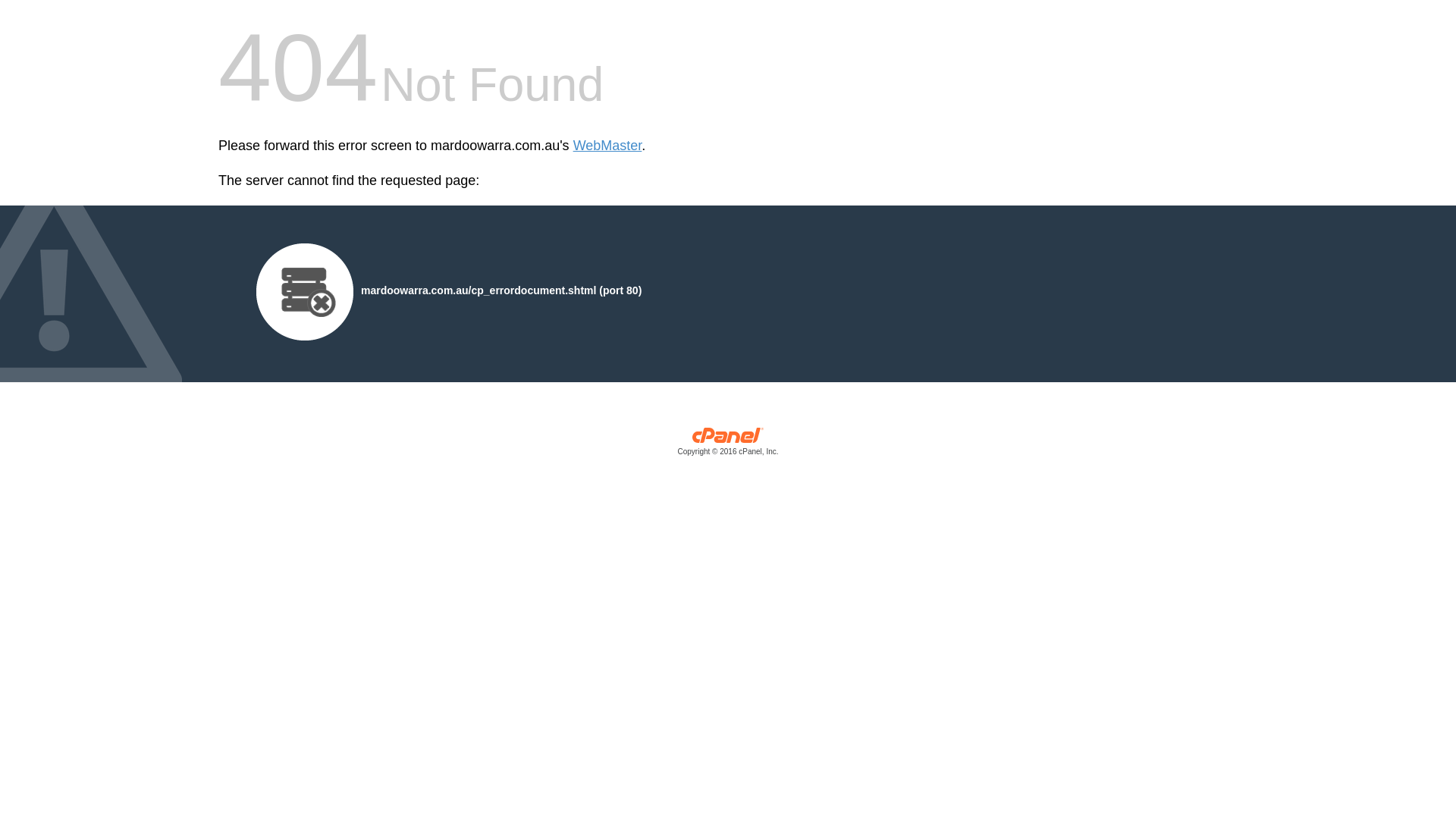  I want to click on 'WebMaster', so click(572, 146).